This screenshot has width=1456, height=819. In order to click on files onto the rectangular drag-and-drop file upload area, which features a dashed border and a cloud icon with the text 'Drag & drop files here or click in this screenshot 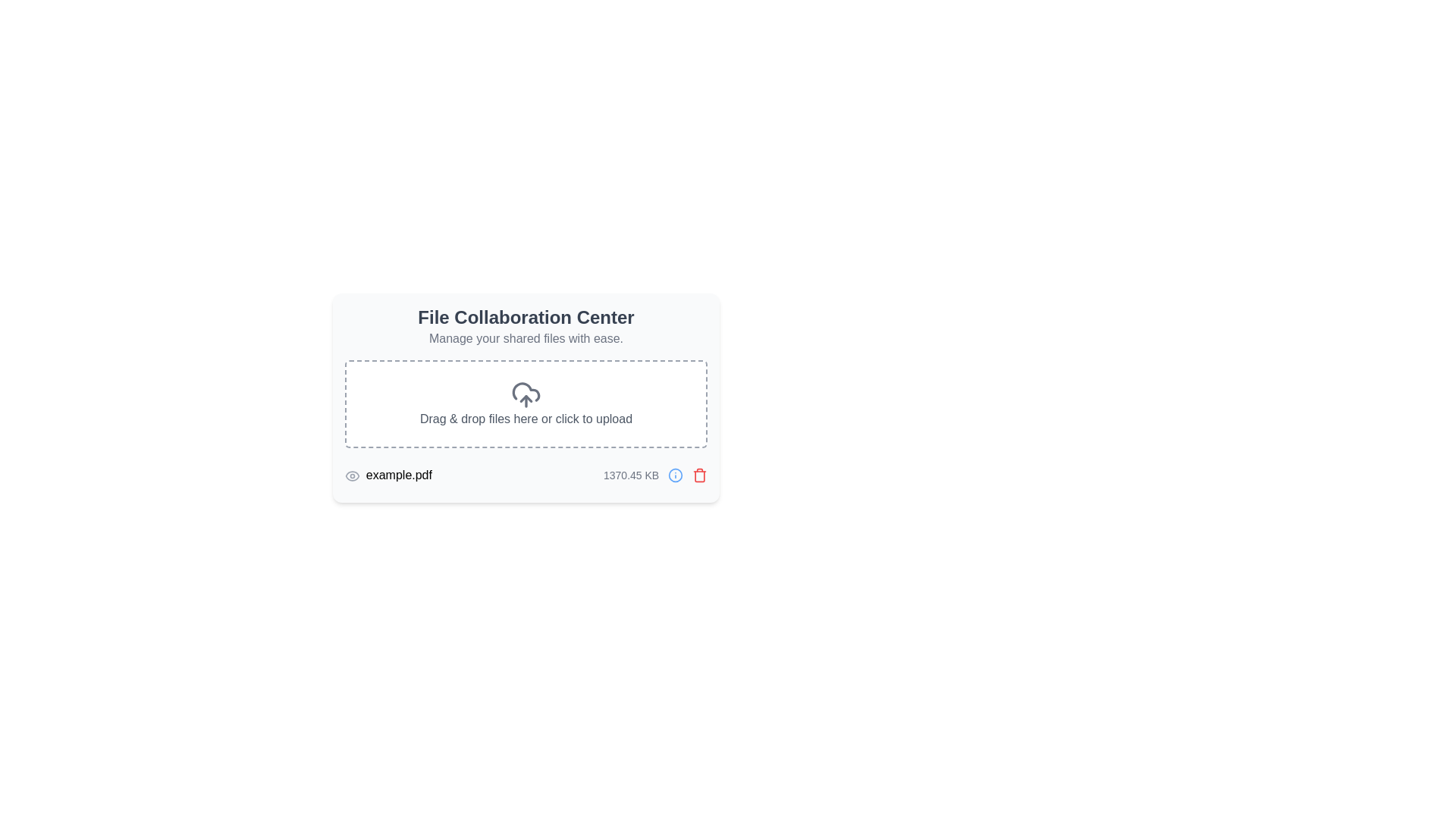, I will do `click(526, 403)`.